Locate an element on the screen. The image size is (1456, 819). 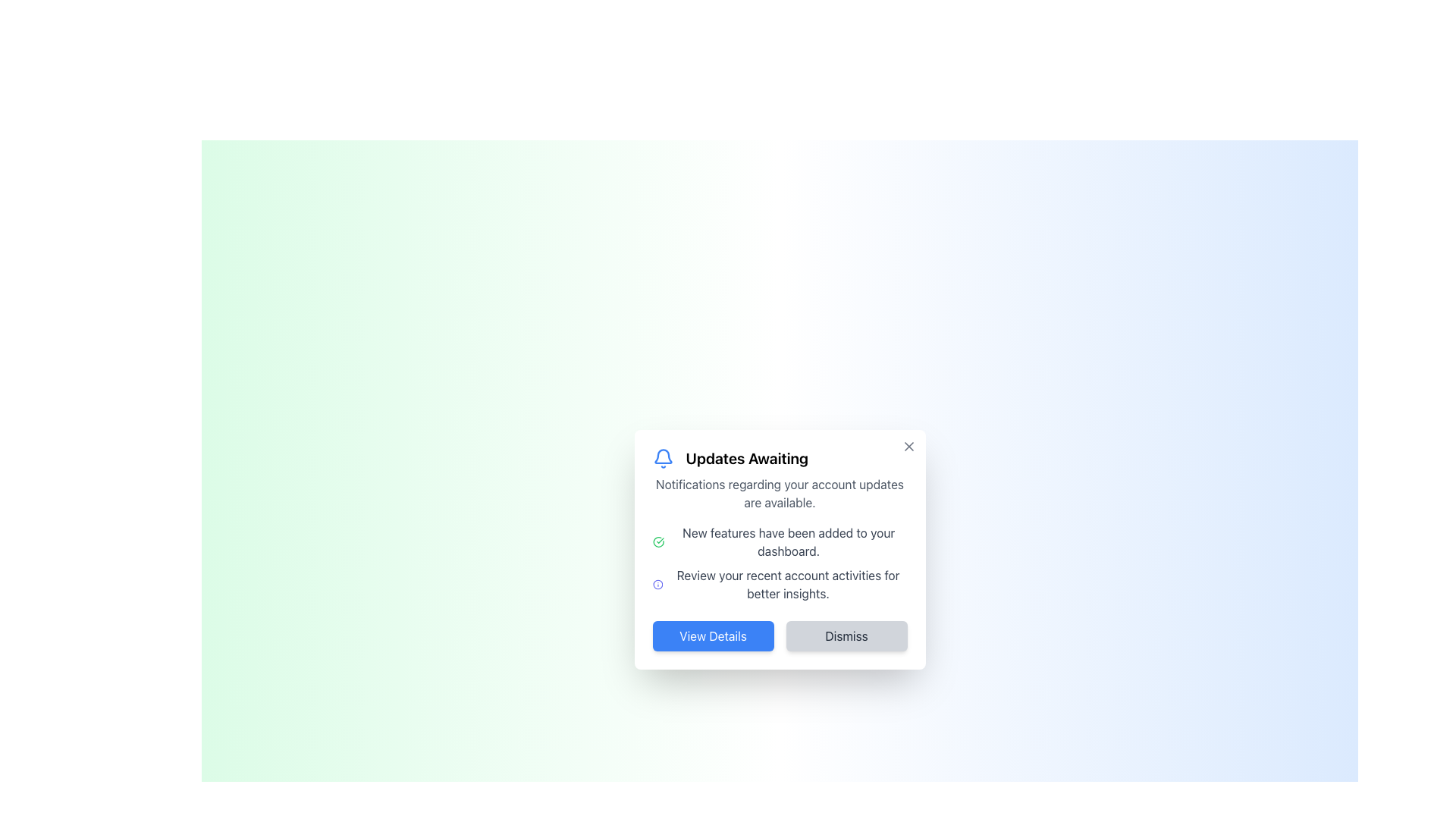
the 'X' icon at the top-right corner of the modal dialog box is located at coordinates (908, 446).